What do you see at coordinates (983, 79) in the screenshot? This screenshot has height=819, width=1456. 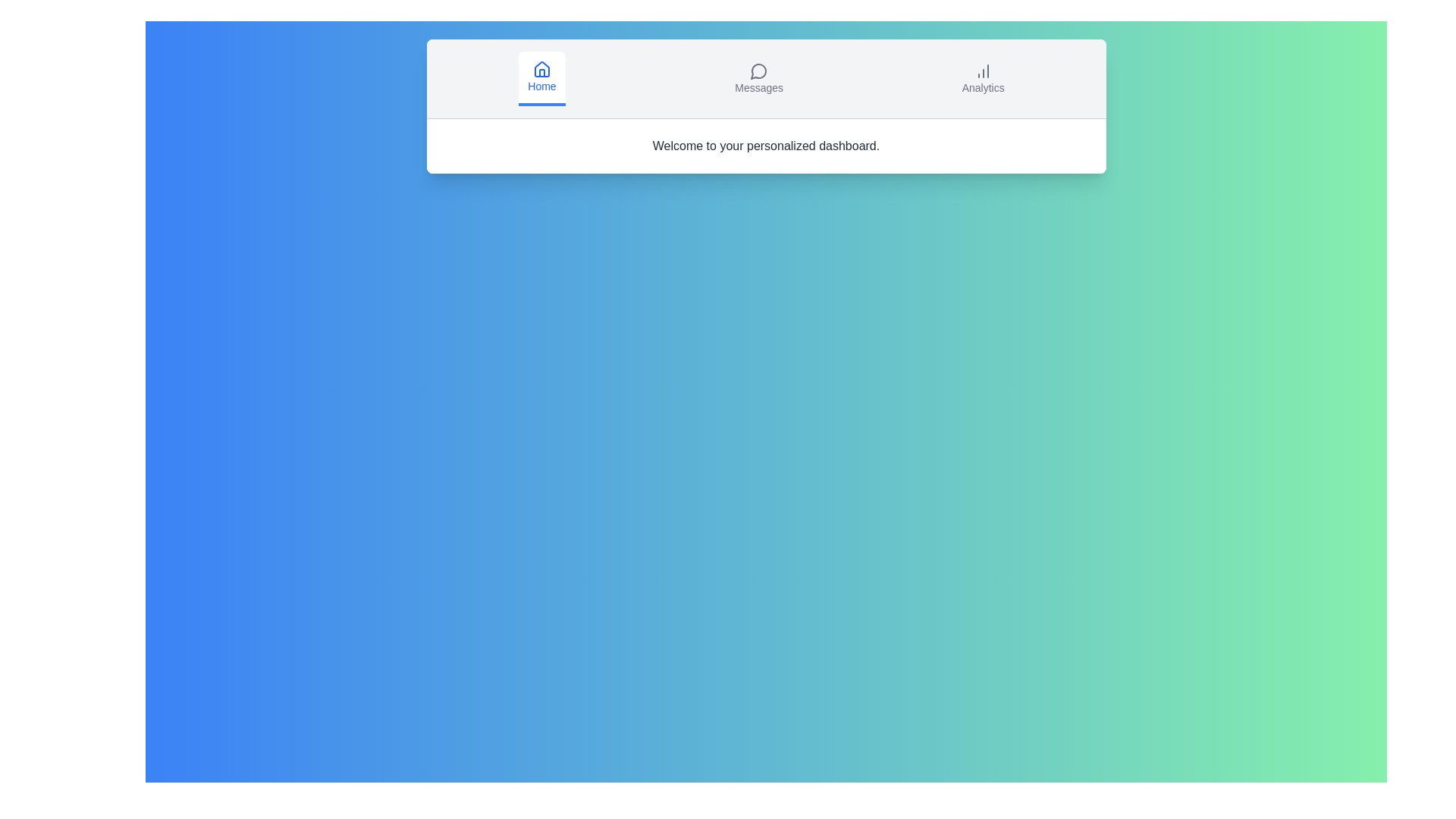 I see `the tab labeled Analytics` at bounding box center [983, 79].